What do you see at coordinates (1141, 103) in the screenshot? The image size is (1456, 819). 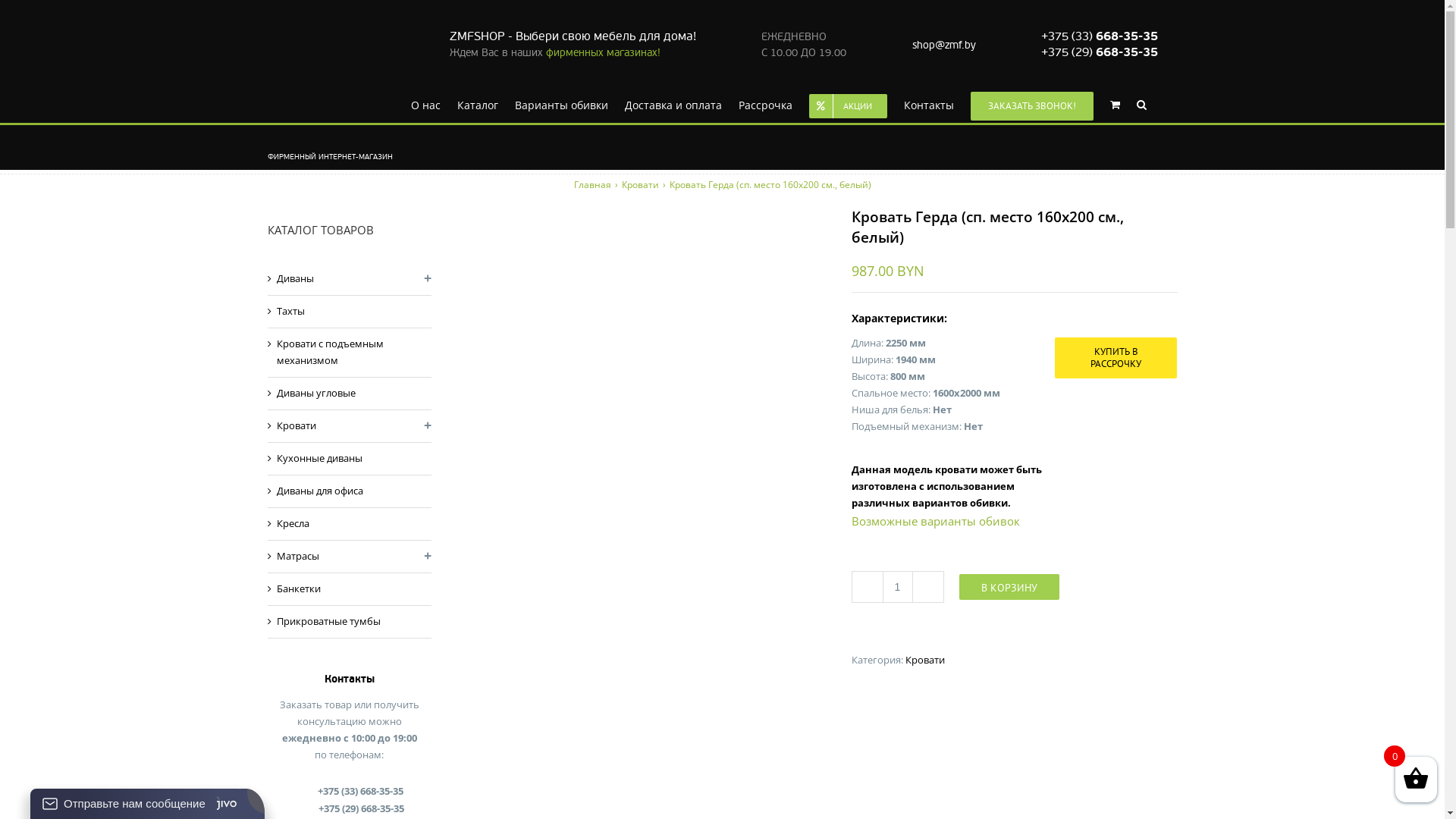 I see `'Search'` at bounding box center [1141, 103].